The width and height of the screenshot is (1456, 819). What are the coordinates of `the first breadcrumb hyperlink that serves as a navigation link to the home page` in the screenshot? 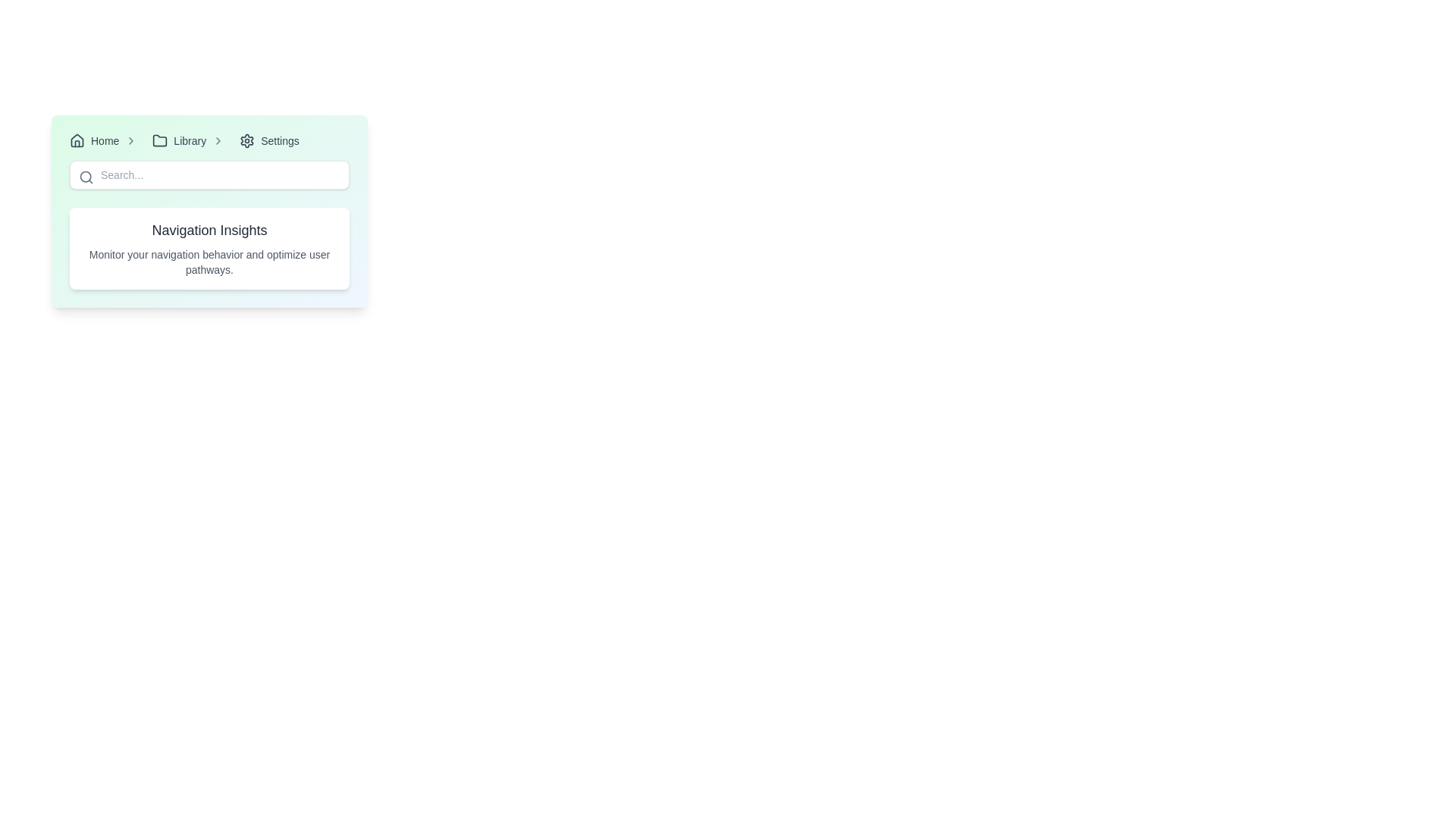 It's located at (93, 140).